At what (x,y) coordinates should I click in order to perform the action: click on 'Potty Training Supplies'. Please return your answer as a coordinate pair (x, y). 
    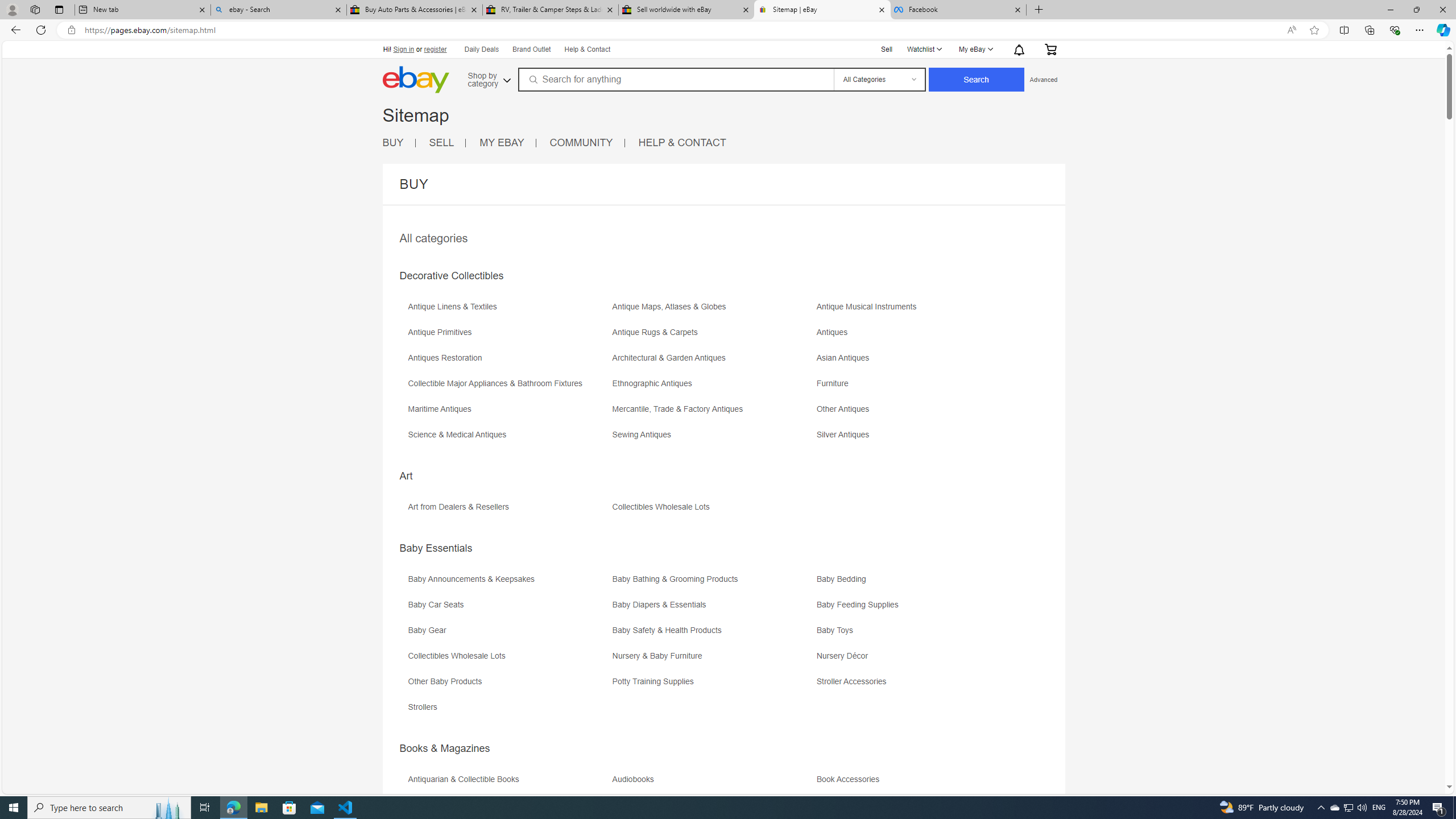
    Looking at the image, I should click on (712, 685).